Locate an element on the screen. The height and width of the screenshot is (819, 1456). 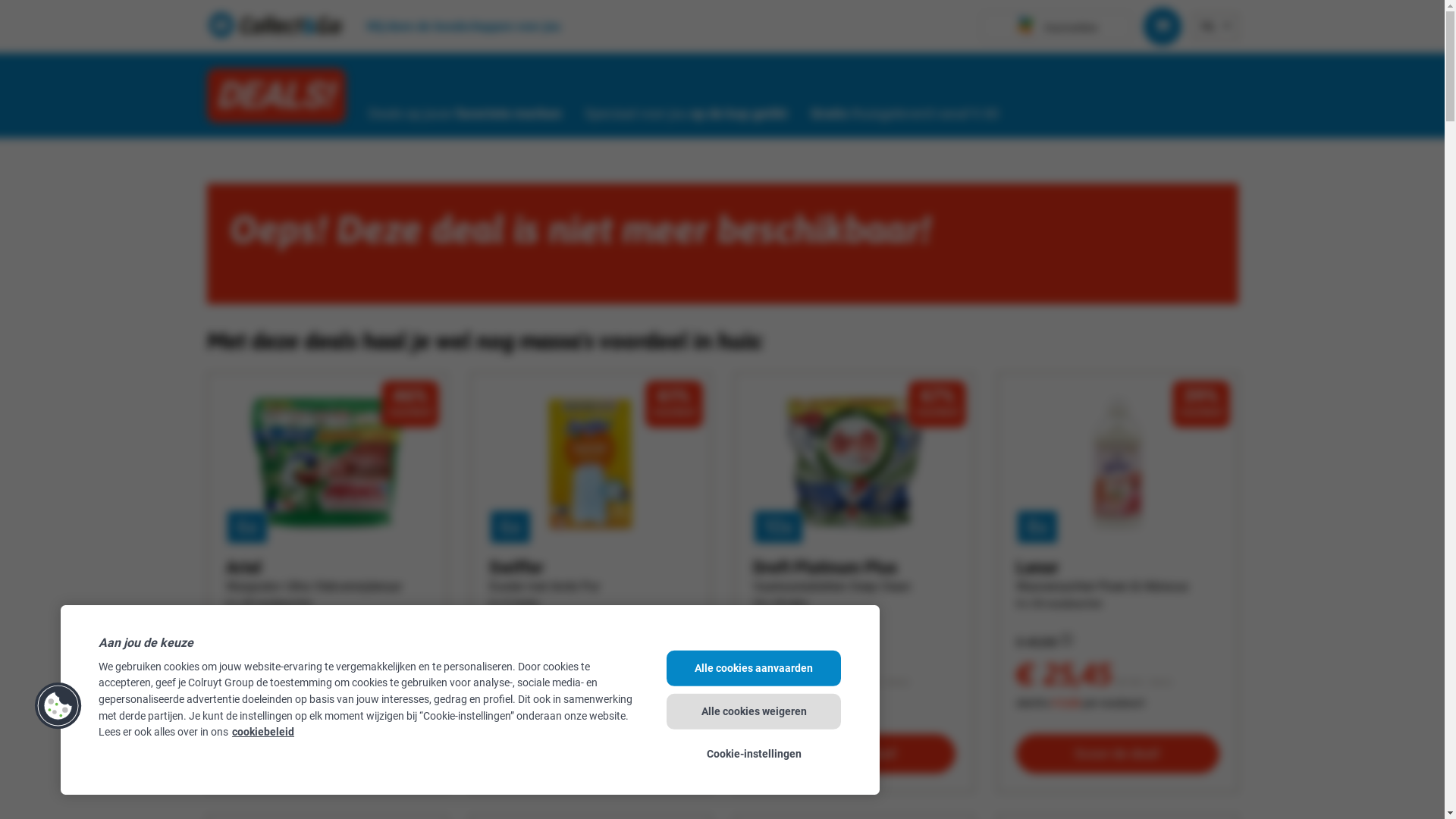
'Alle cookies aanvaarden' is located at coordinates (753, 667).